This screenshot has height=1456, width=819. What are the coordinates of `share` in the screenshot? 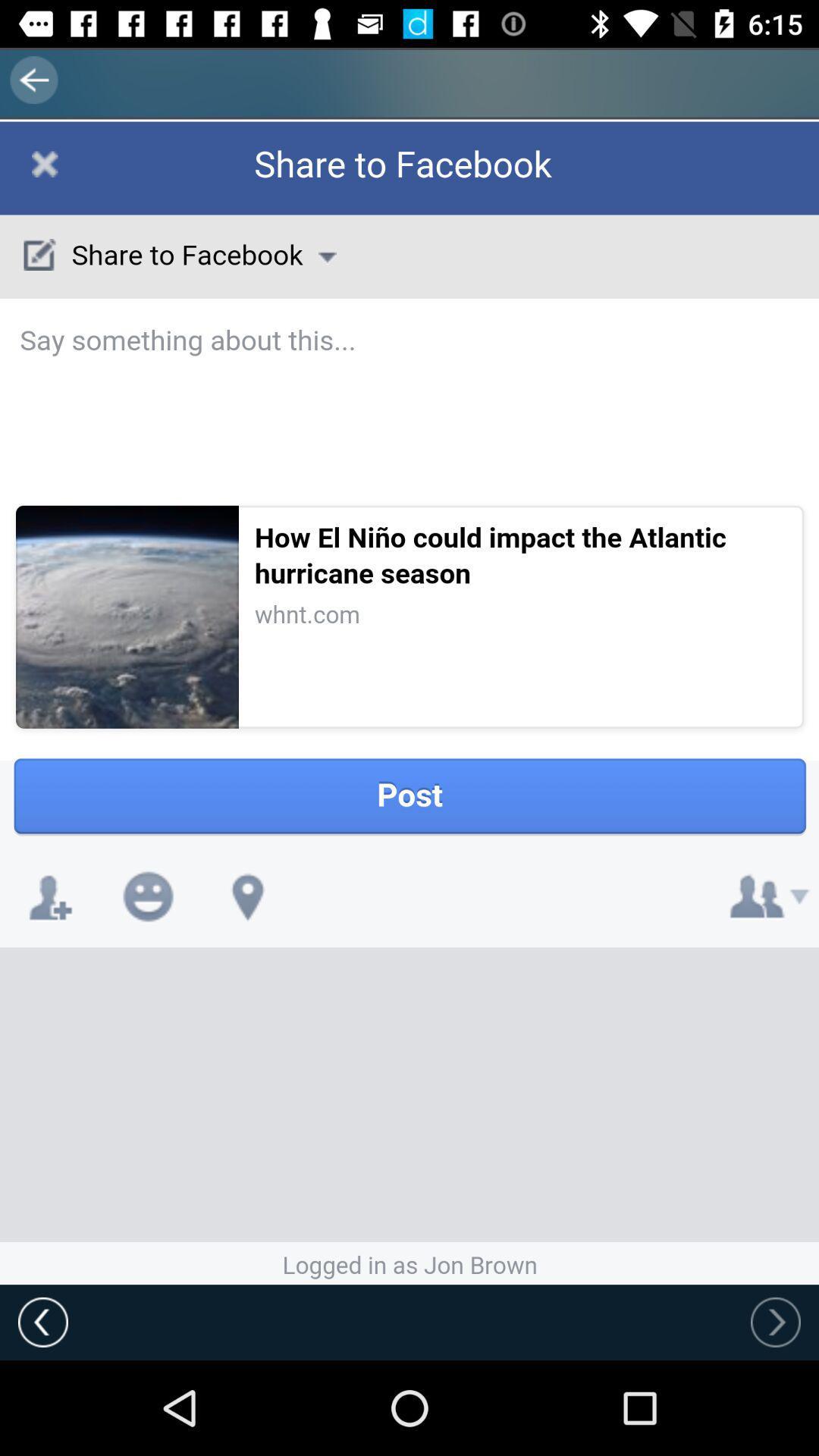 It's located at (99, 182).